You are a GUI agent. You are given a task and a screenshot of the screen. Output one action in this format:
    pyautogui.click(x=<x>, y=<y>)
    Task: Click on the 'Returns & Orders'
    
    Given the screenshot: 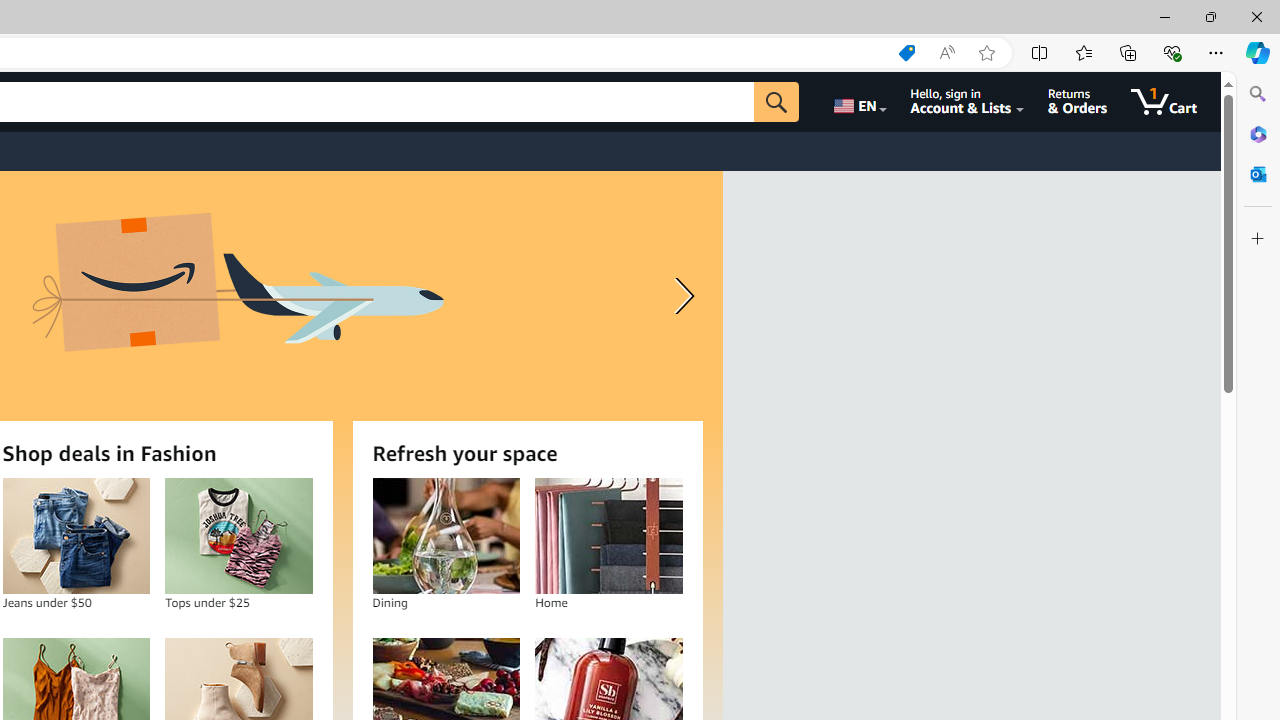 What is the action you would take?
    pyautogui.click(x=1076, y=101)
    